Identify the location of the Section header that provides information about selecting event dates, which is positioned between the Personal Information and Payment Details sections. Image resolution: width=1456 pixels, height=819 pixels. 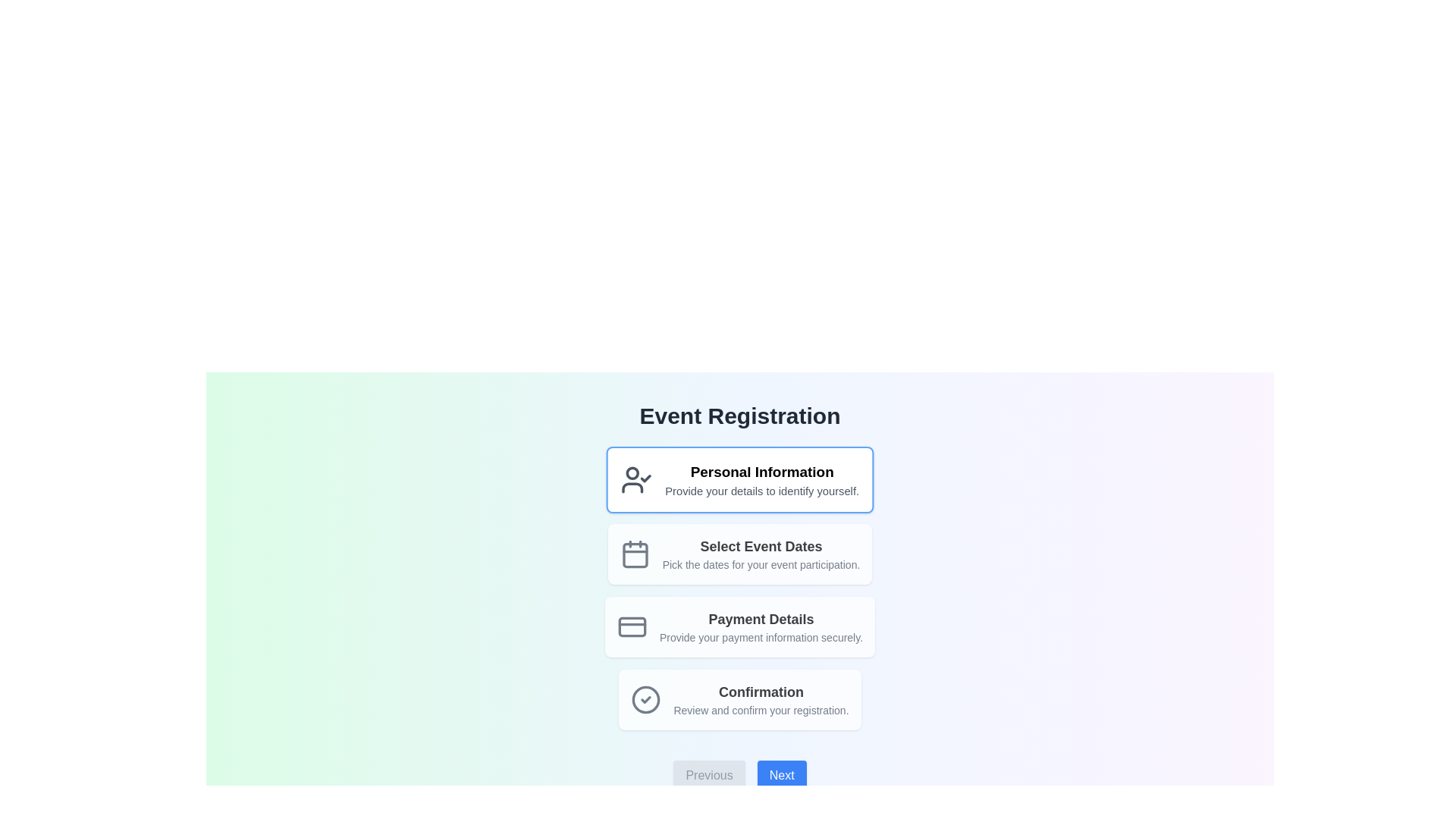
(739, 554).